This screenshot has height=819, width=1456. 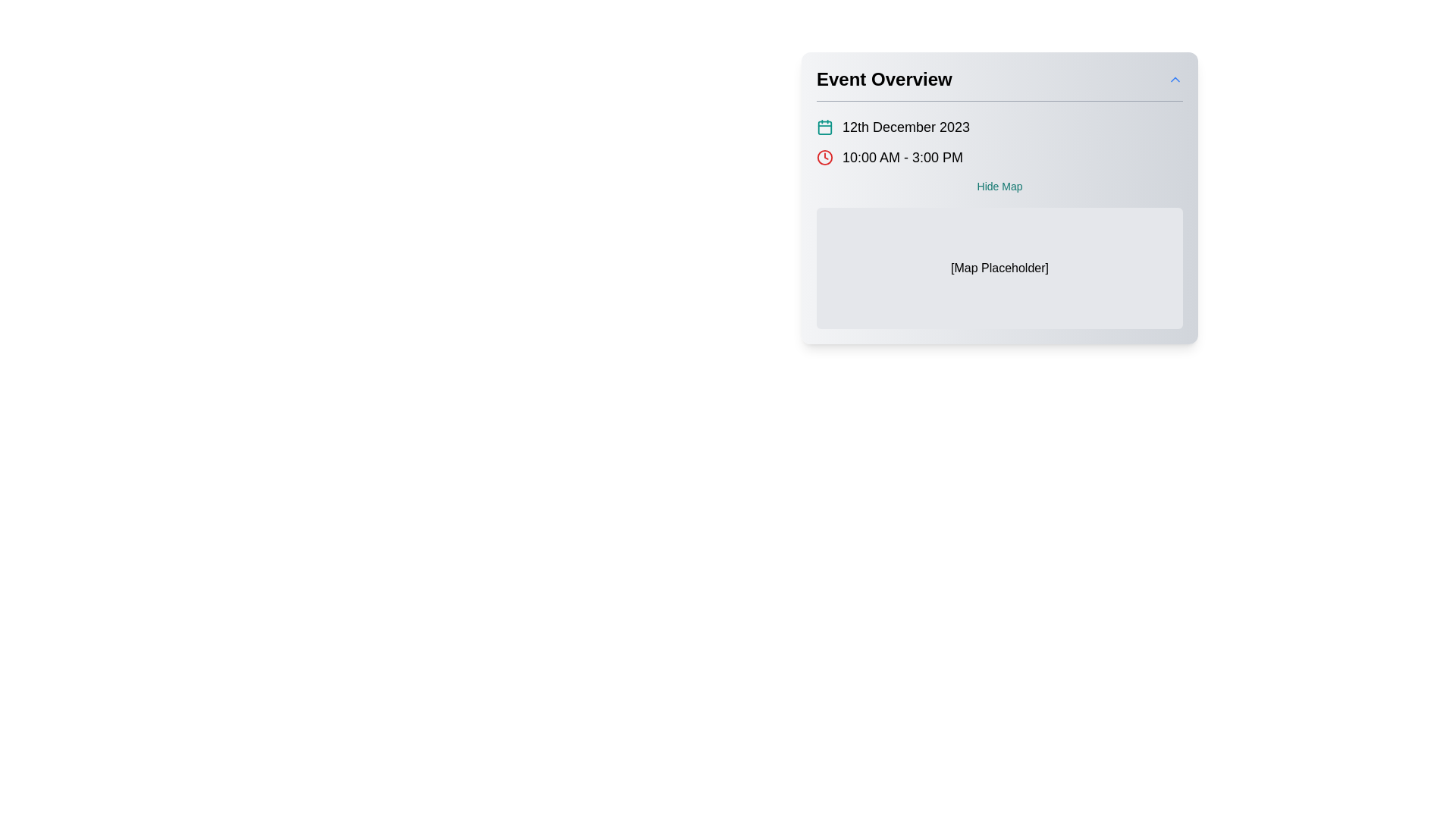 I want to click on time duration details from the text label displaying '10:00 AM - 3:00 PM', located to the right of a clock icon and part of the event details section, so click(x=902, y=158).